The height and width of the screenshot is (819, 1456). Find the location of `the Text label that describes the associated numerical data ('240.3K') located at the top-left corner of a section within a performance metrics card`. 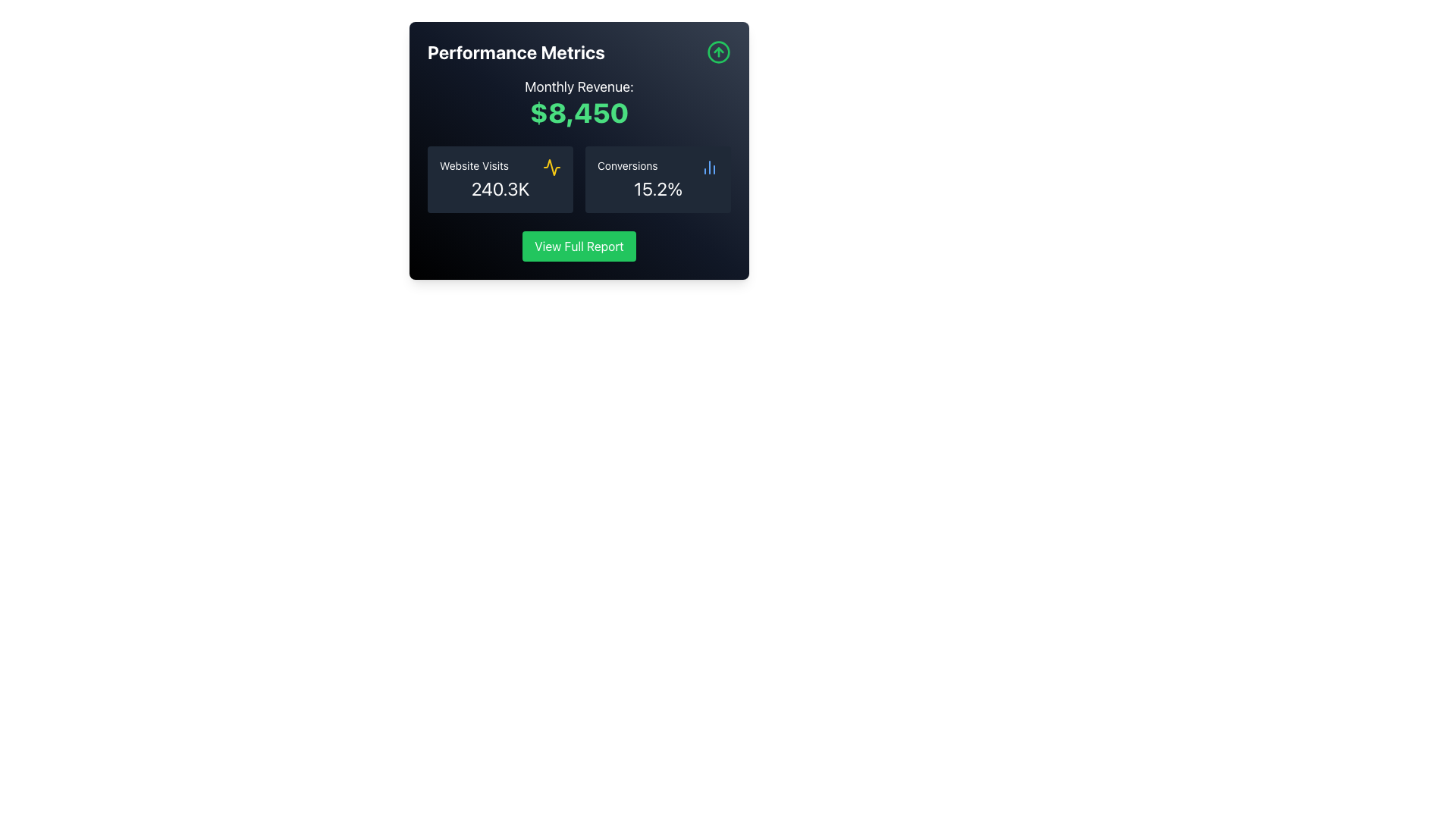

the Text label that describes the associated numerical data ('240.3K') located at the top-left corner of a section within a performance metrics card is located at coordinates (473, 167).